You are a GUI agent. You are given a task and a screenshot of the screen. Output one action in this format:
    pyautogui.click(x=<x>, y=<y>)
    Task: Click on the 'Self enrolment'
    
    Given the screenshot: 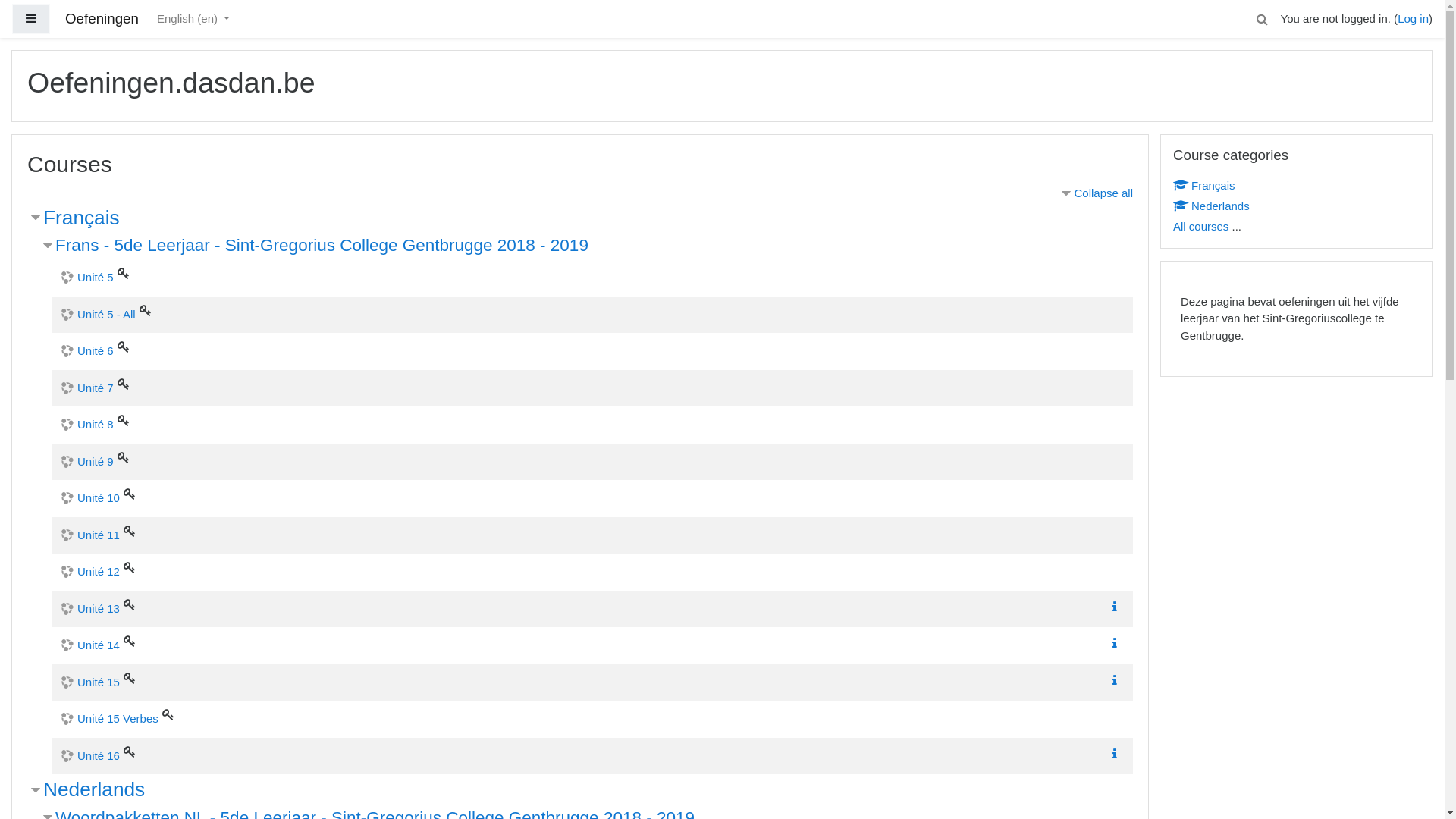 What is the action you would take?
    pyautogui.click(x=146, y=309)
    